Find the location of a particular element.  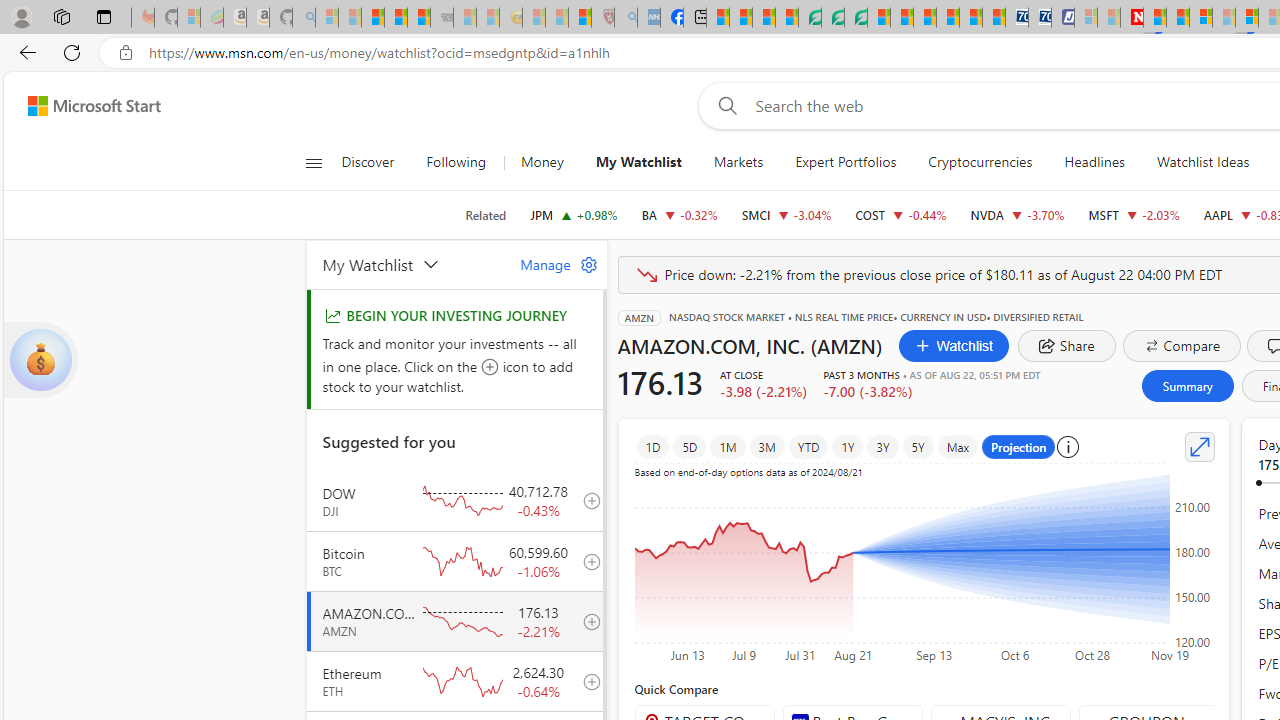

'3M' is located at coordinates (765, 446).